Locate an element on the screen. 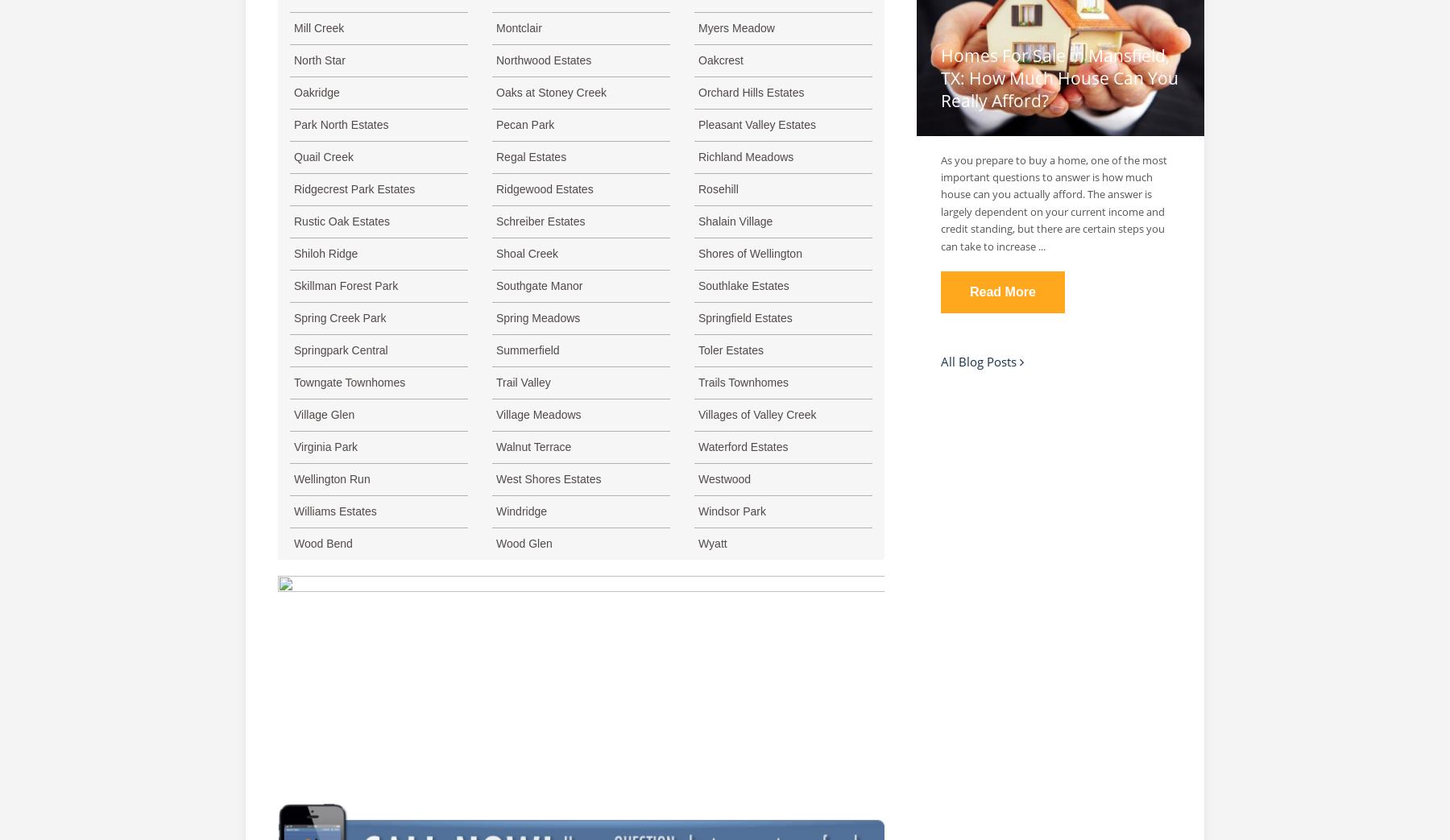  'Wellington Run' is located at coordinates (332, 479).